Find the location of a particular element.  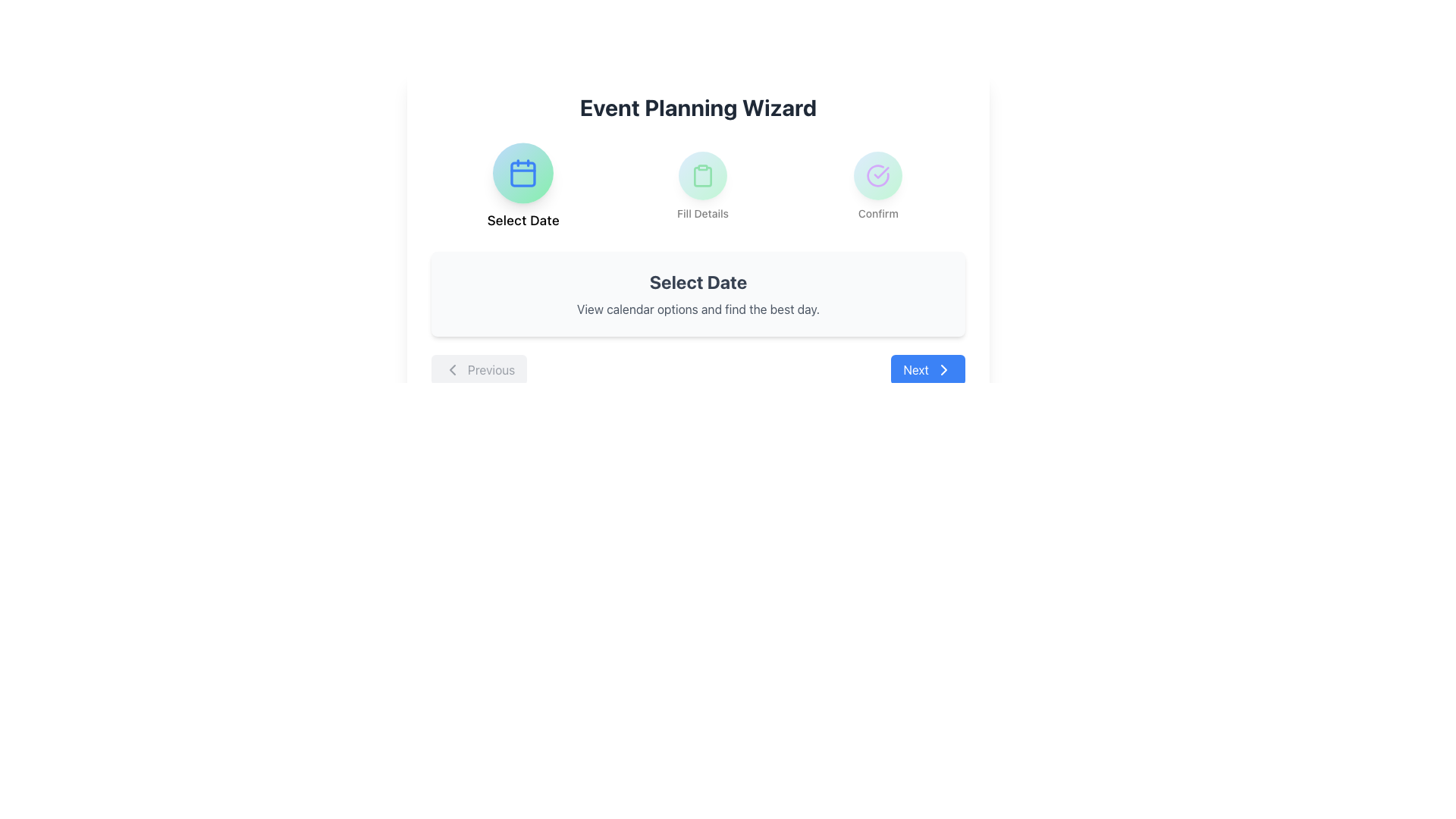

the 'Fill Details' icon indicator, which visually represents the first step in the process within a wizard-like interface is located at coordinates (702, 174).